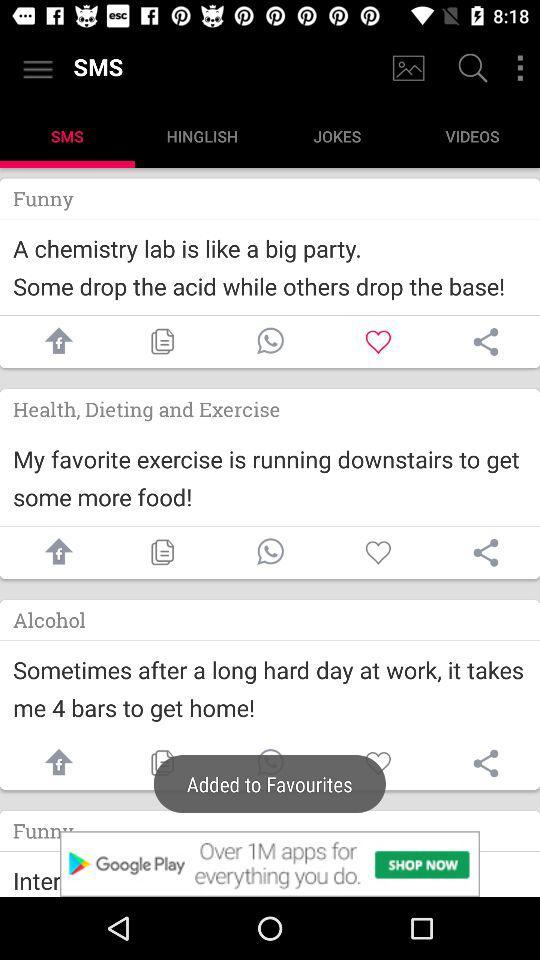  Describe the element at coordinates (520, 68) in the screenshot. I see `menu page` at that location.